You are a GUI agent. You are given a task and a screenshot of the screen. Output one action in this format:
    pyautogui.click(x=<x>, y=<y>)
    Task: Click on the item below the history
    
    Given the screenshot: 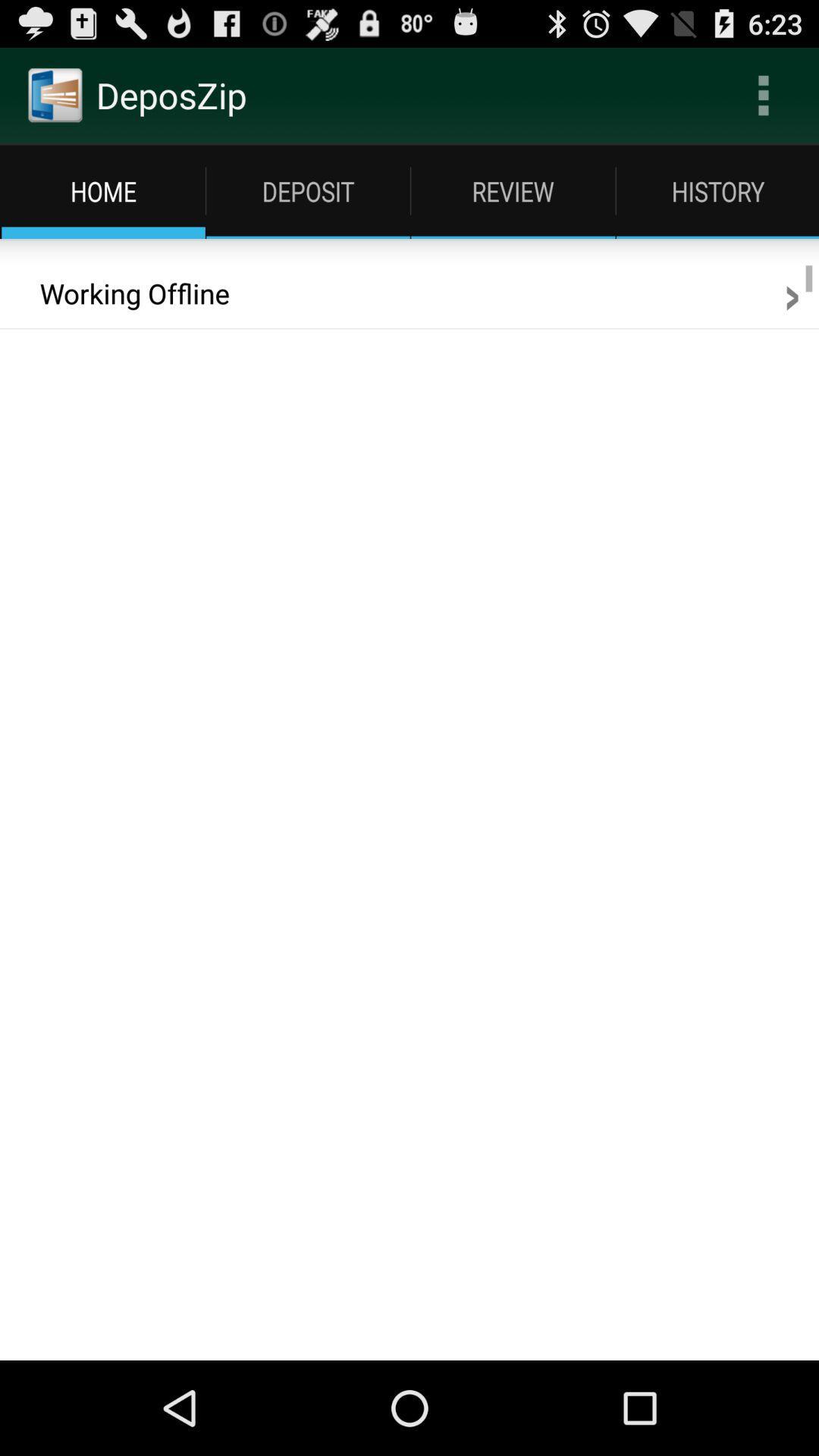 What is the action you would take?
    pyautogui.click(x=791, y=293)
    